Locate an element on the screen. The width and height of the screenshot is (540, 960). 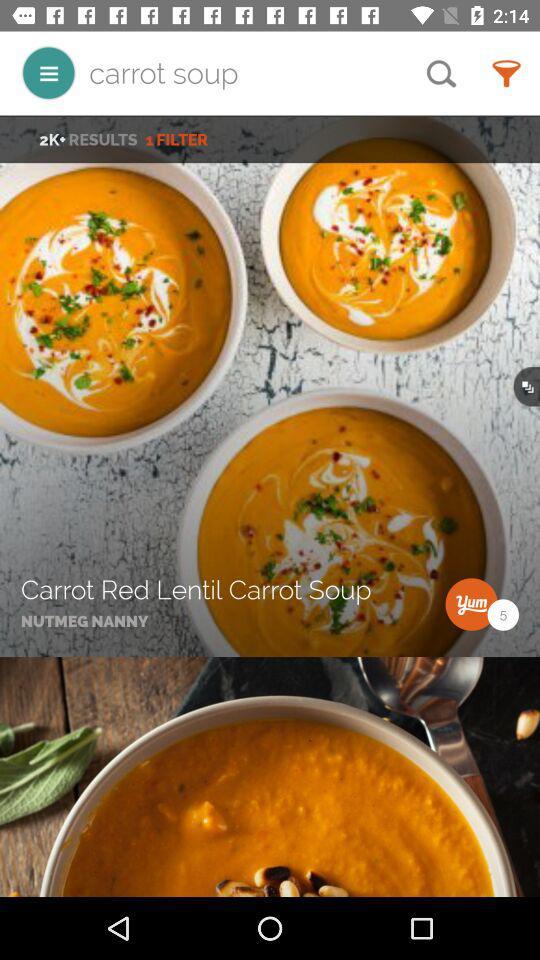
the item next to the carrot soup item is located at coordinates (441, 73).